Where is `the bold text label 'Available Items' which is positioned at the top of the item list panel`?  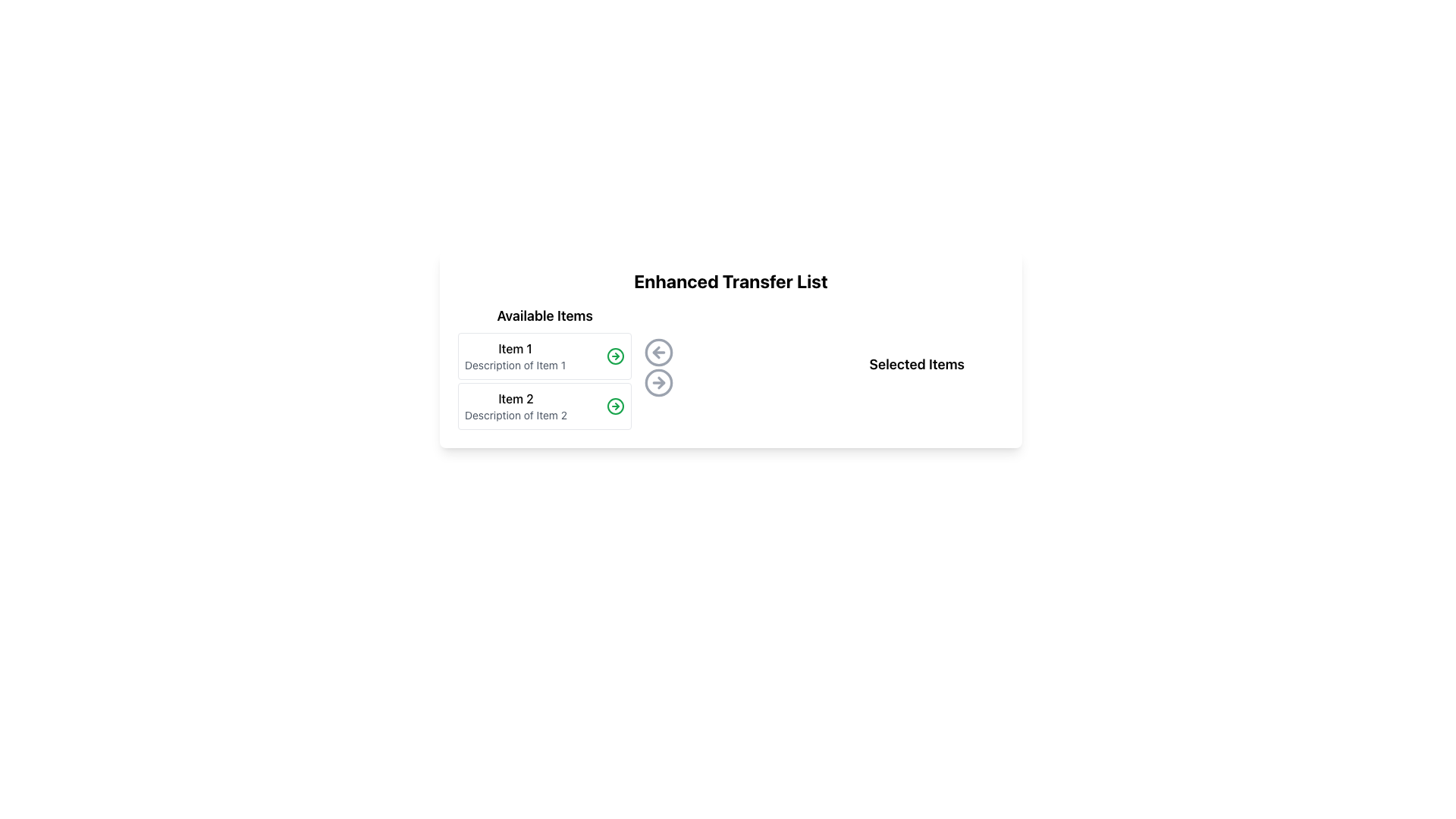 the bold text label 'Available Items' which is positioned at the top of the item list panel is located at coordinates (544, 315).